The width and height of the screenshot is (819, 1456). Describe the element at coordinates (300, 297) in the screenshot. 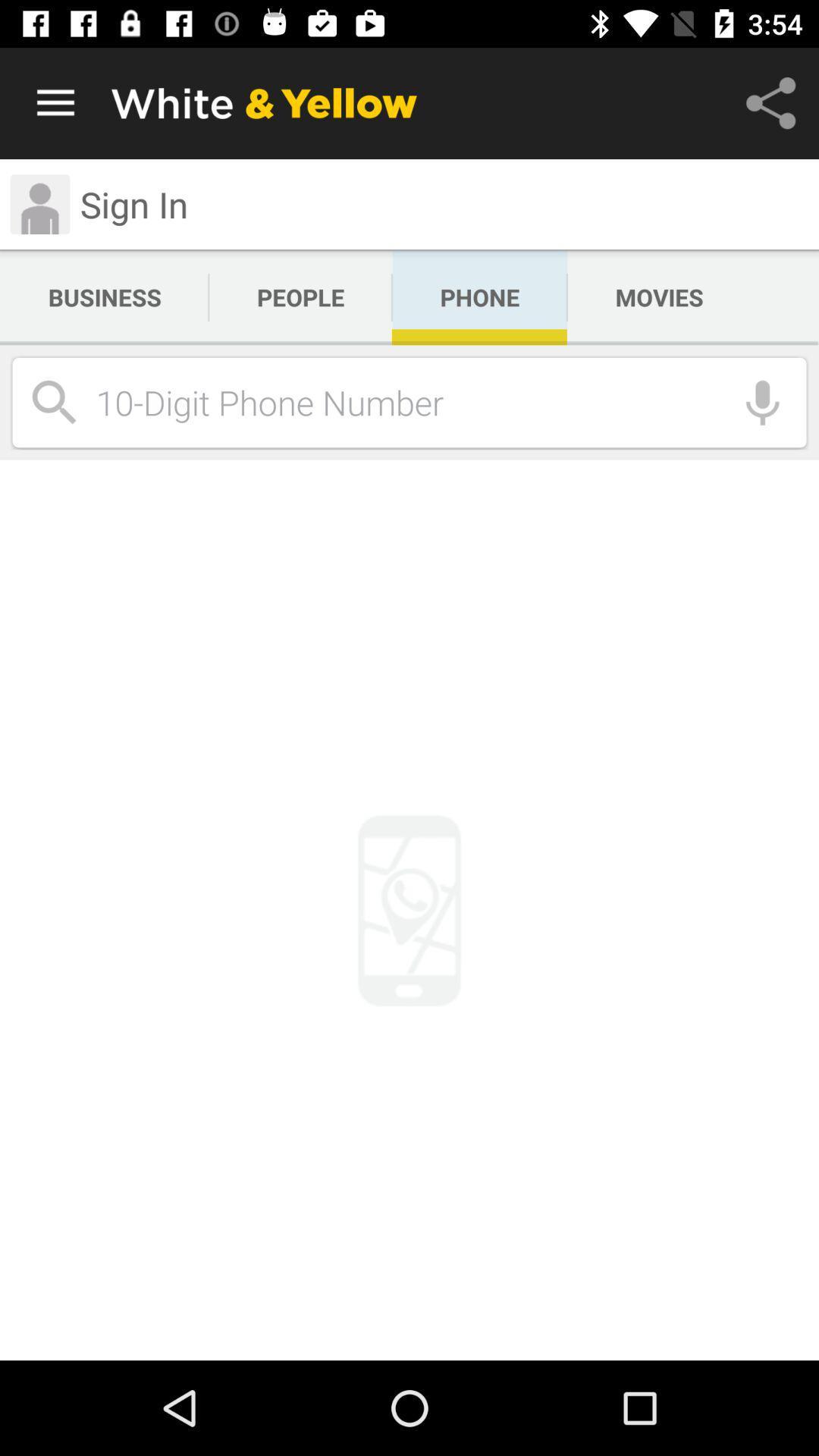

I see `the icon next to the business app` at that location.